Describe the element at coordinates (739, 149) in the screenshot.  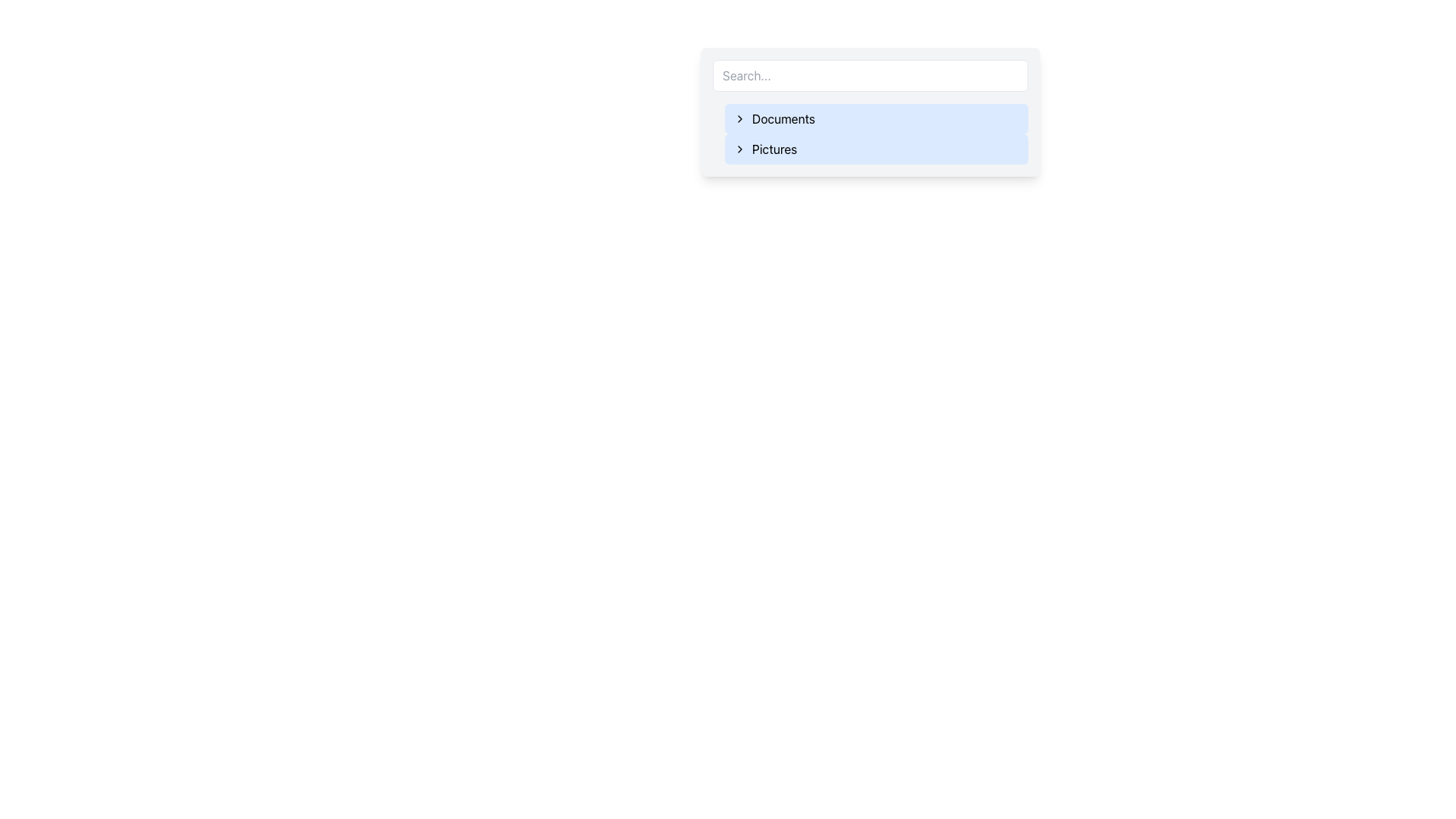
I see `the arrow icon located immediately to the left of the 'Pictures' label` at that location.